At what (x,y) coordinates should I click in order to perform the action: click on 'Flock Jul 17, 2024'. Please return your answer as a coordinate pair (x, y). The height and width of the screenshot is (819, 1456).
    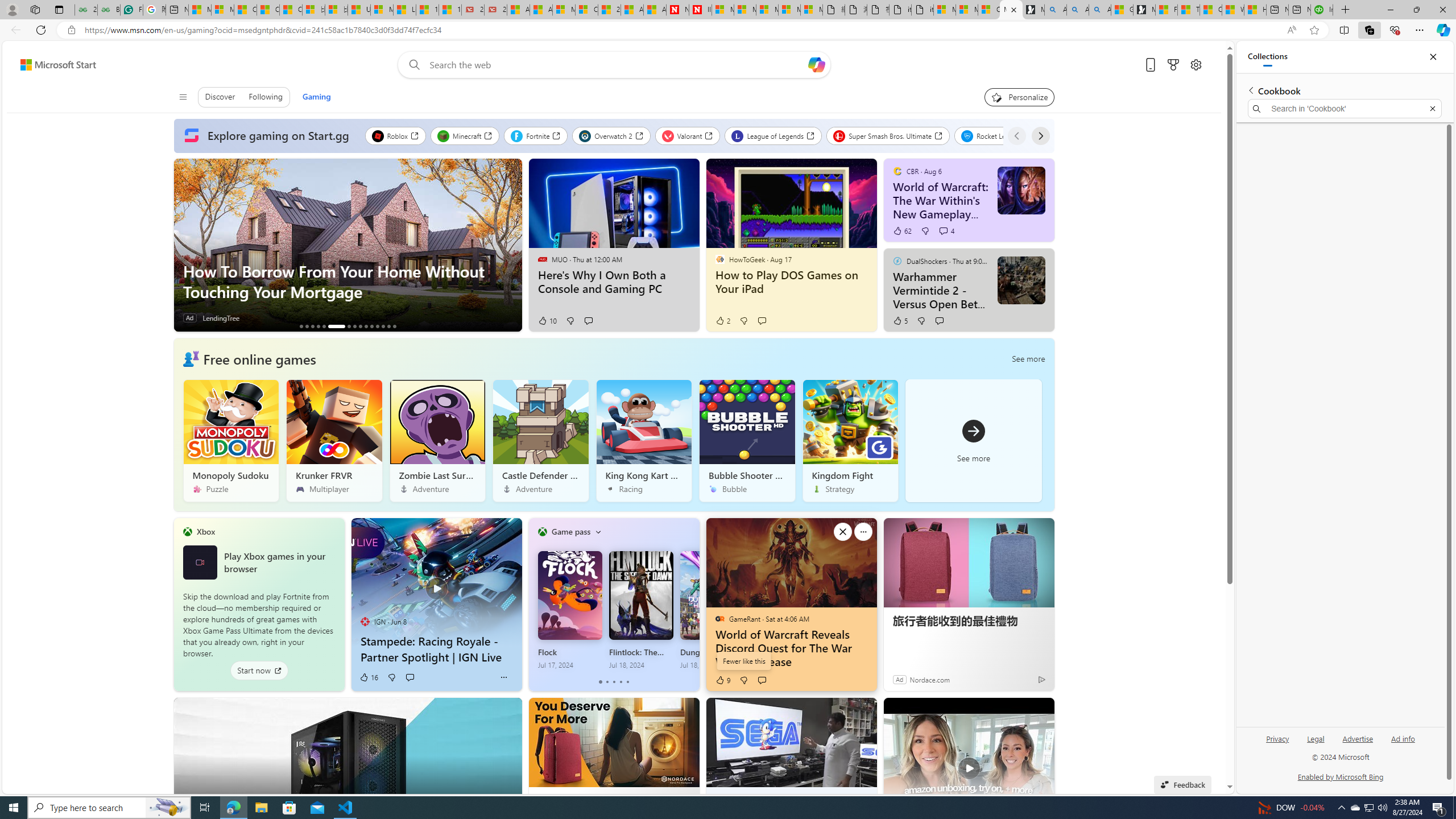
    Looking at the image, I should click on (570, 610).